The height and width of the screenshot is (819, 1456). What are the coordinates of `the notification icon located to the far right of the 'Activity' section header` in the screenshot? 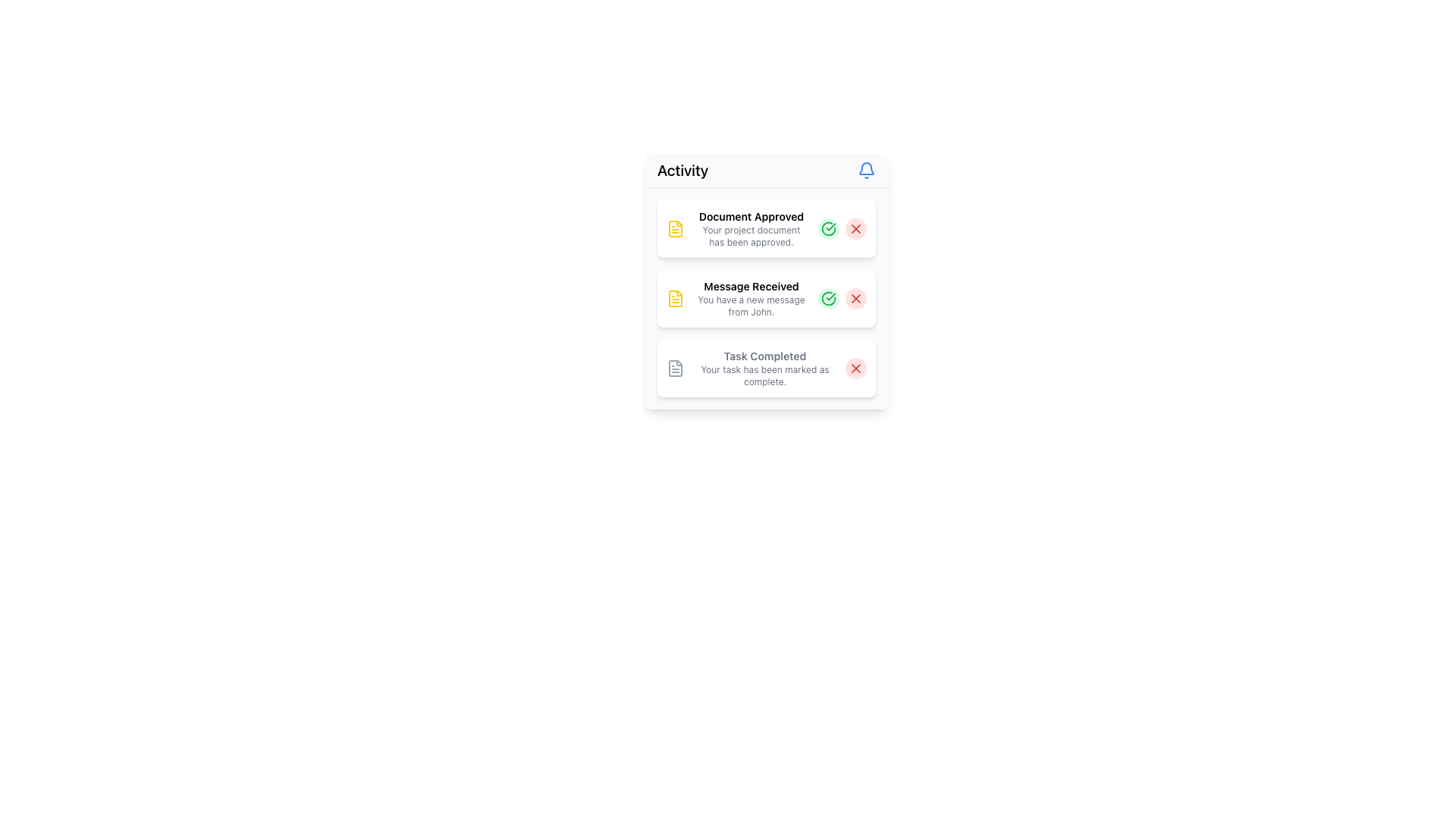 It's located at (866, 170).